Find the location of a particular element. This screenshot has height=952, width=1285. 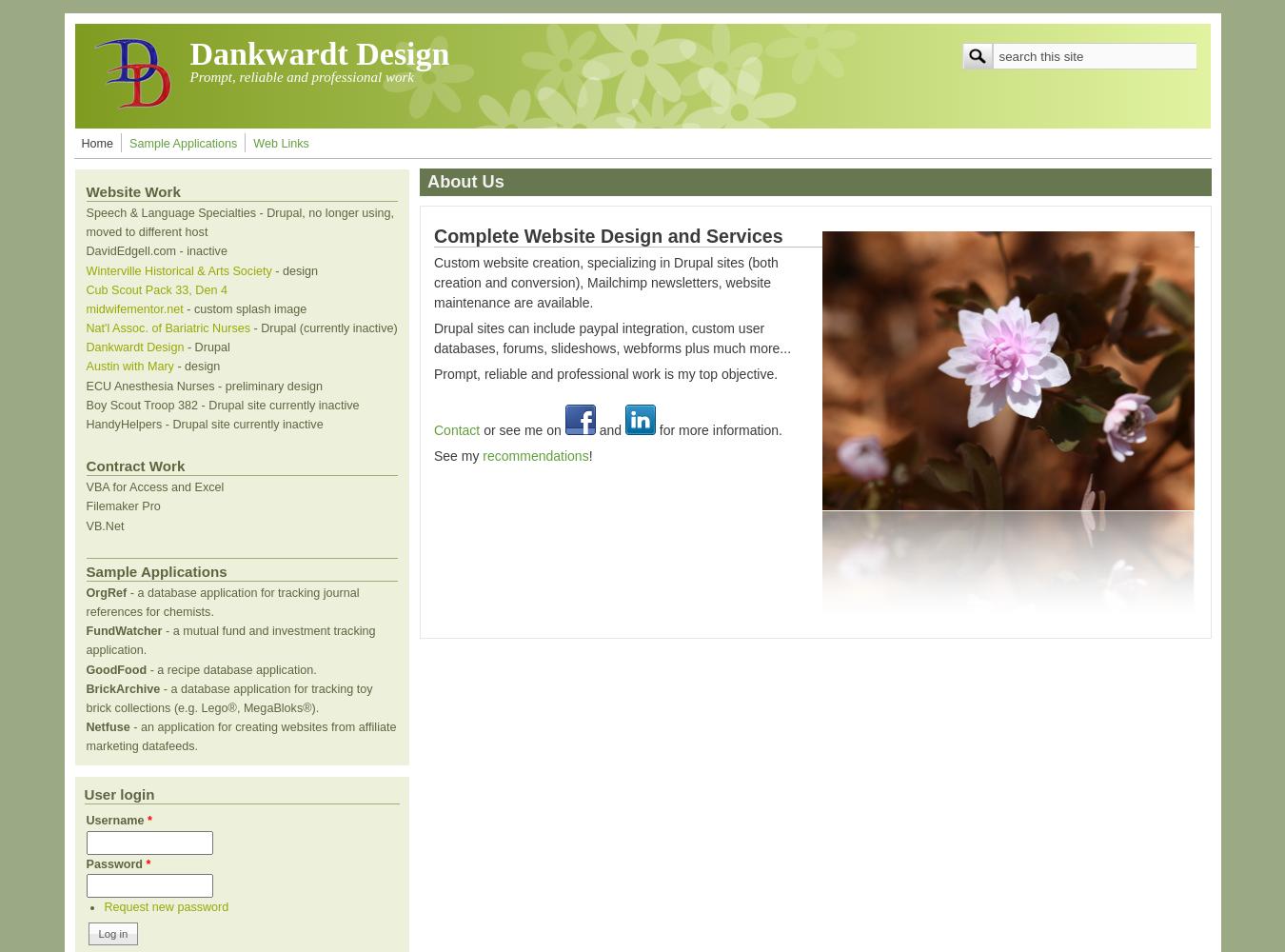

'Website Work' is located at coordinates (85, 190).